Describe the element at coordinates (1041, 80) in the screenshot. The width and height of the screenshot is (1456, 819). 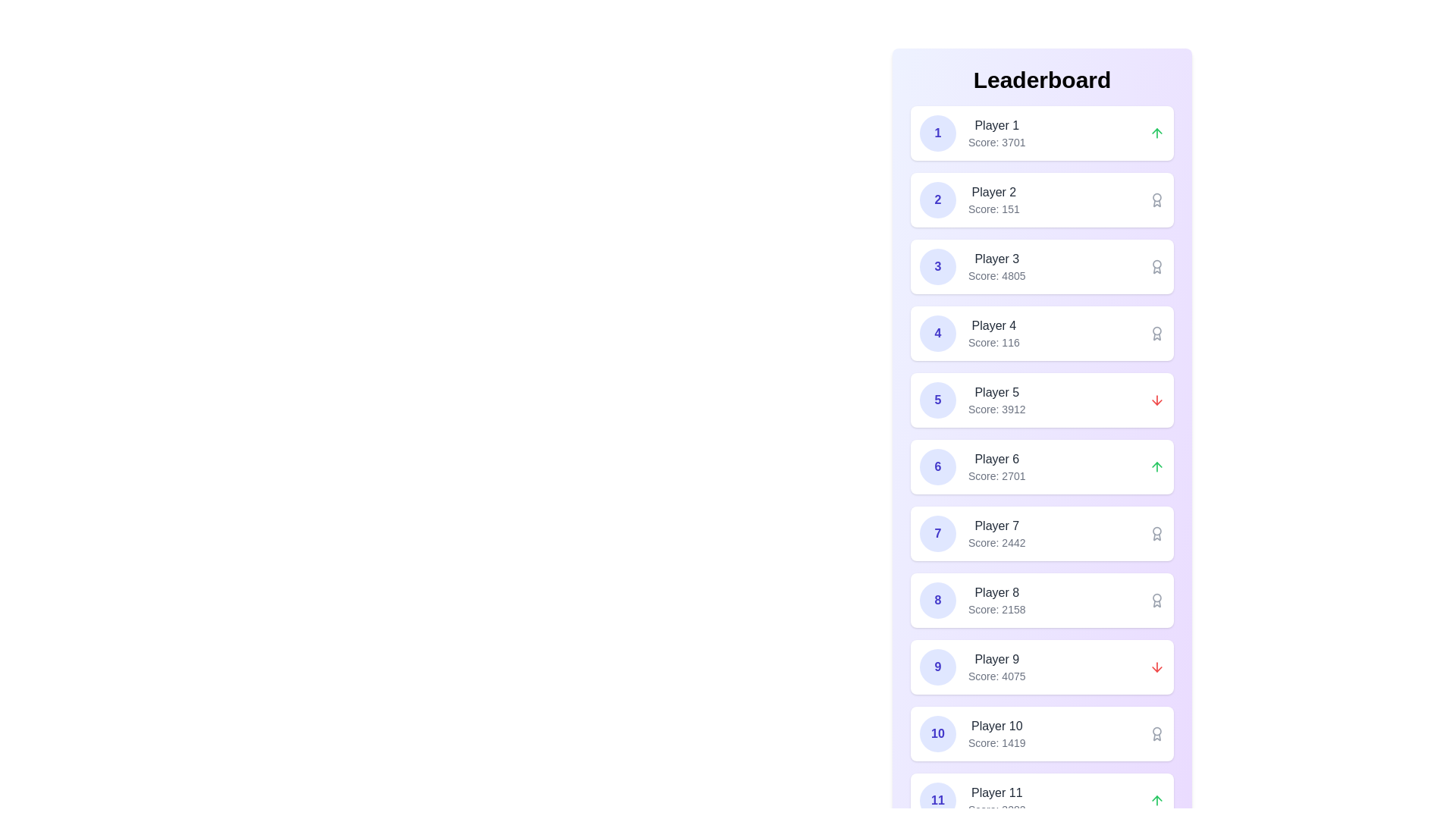
I see `the leaderboard text by selecting the text area` at that location.